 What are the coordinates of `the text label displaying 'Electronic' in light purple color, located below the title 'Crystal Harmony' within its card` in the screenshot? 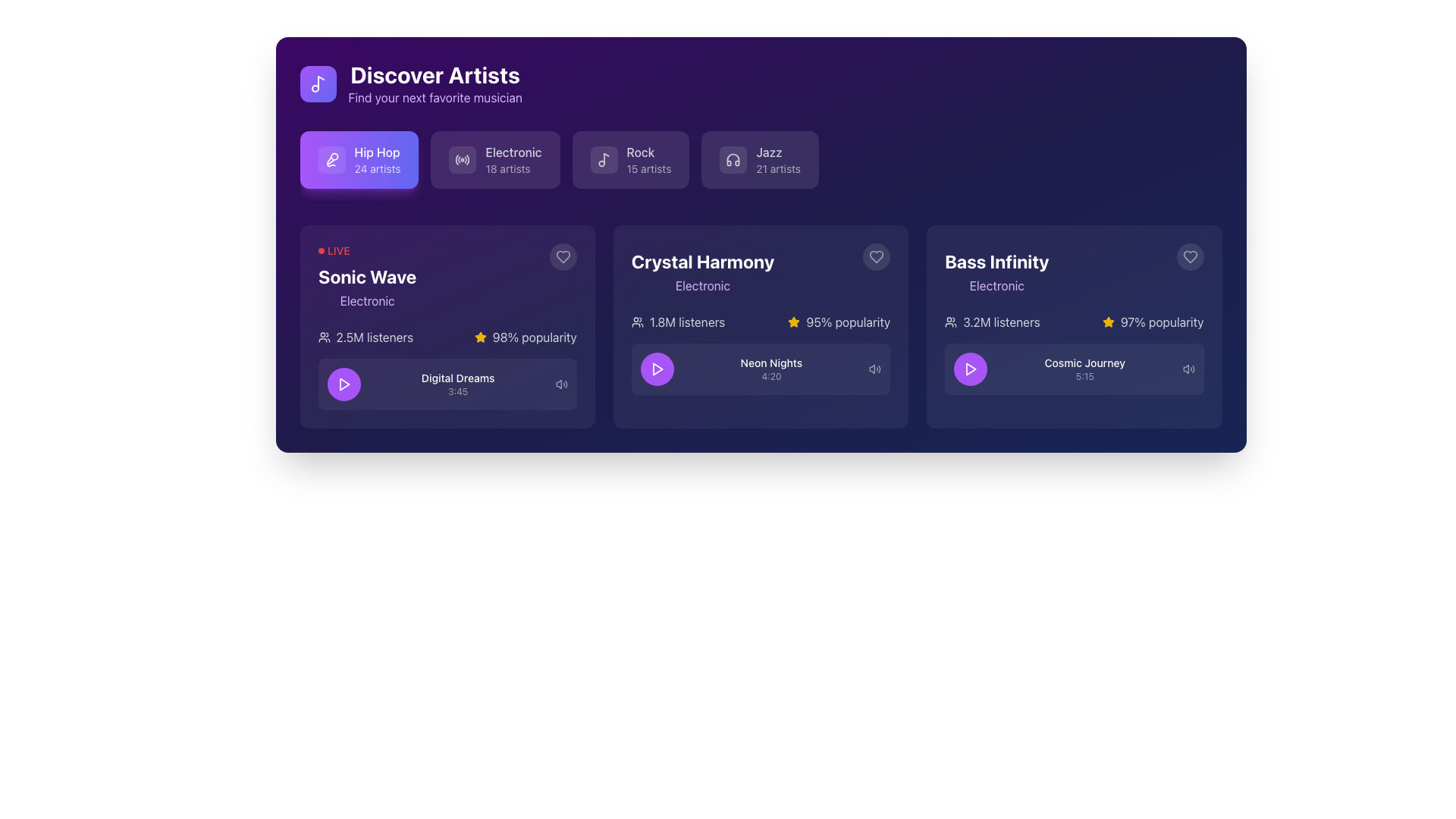 It's located at (701, 286).